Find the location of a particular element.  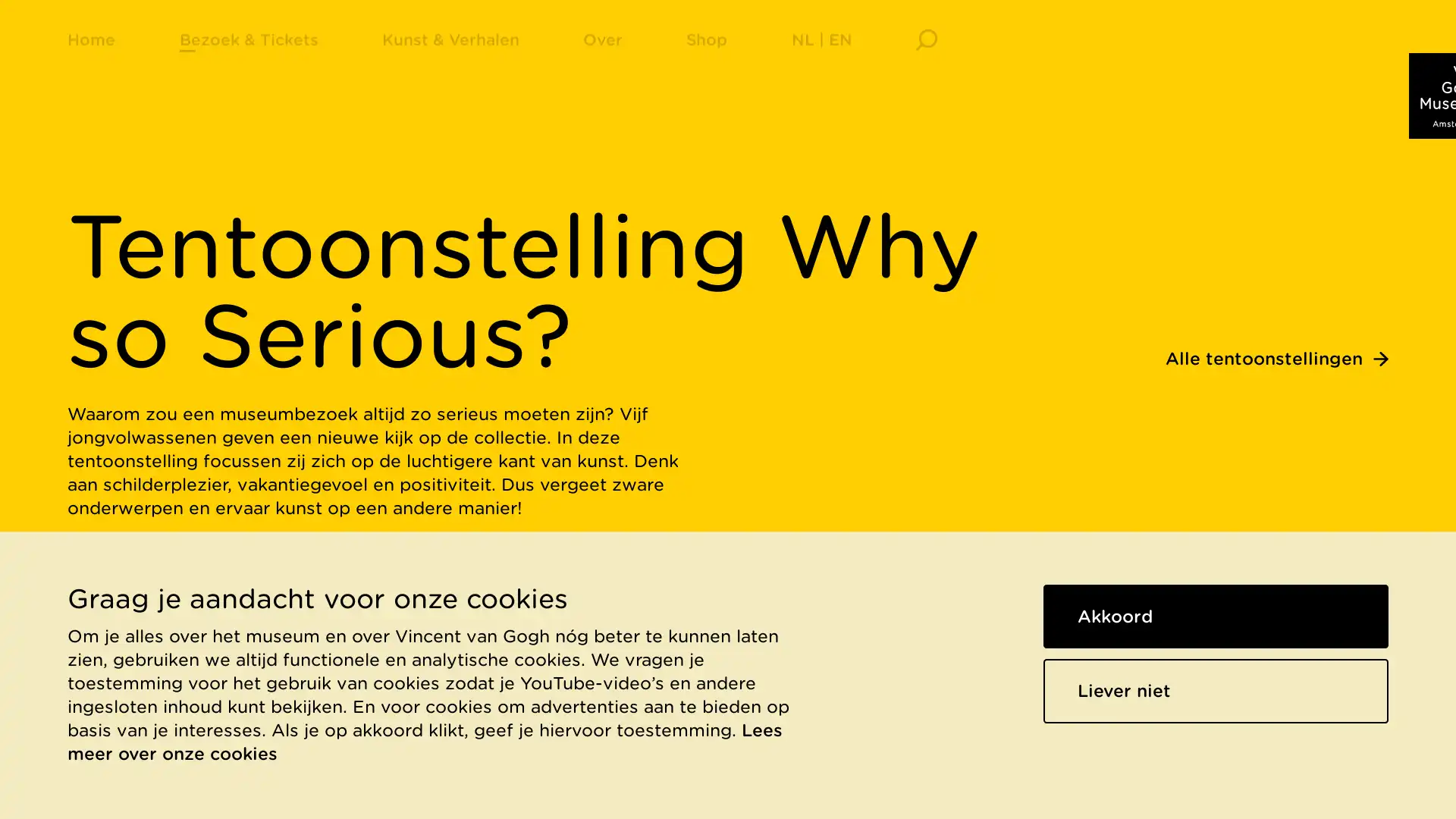

Liever niet is located at coordinates (1216, 690).